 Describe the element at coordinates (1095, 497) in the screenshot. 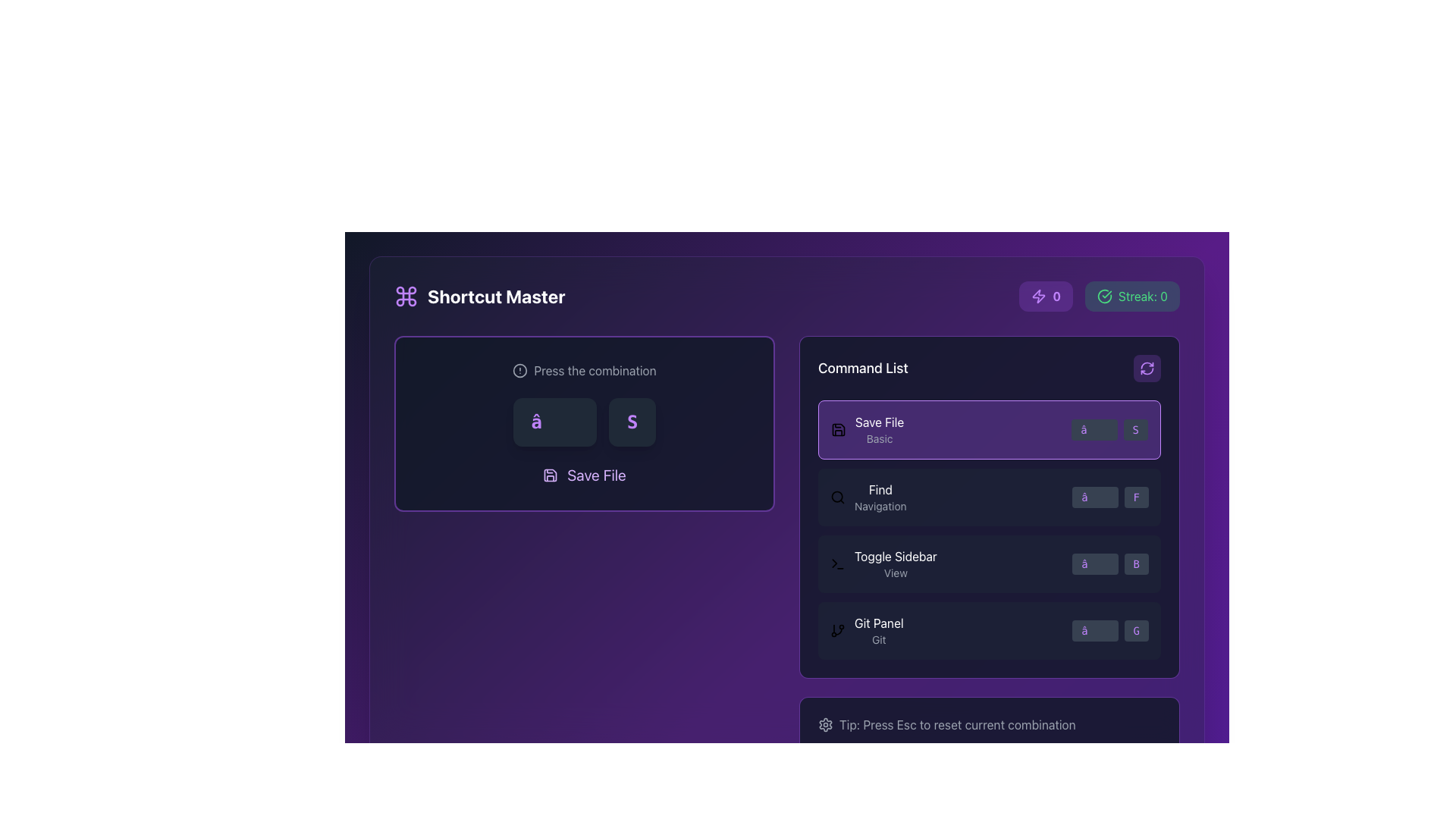

I see `the Key indicator displaying '⌘' in the Command List panel to understand the associated shortcut for the 'Find' command` at that location.